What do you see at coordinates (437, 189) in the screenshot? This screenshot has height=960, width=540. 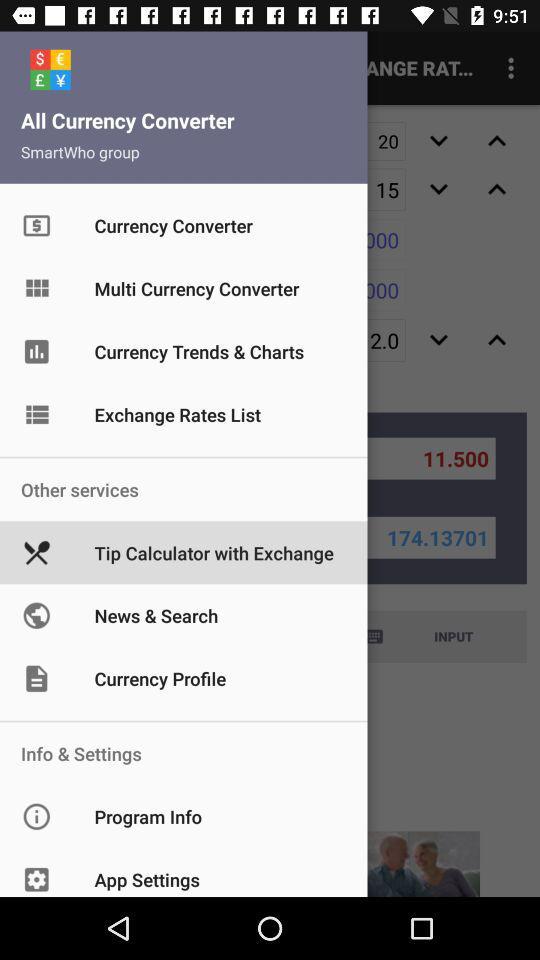 I see `the expand_more icon` at bounding box center [437, 189].